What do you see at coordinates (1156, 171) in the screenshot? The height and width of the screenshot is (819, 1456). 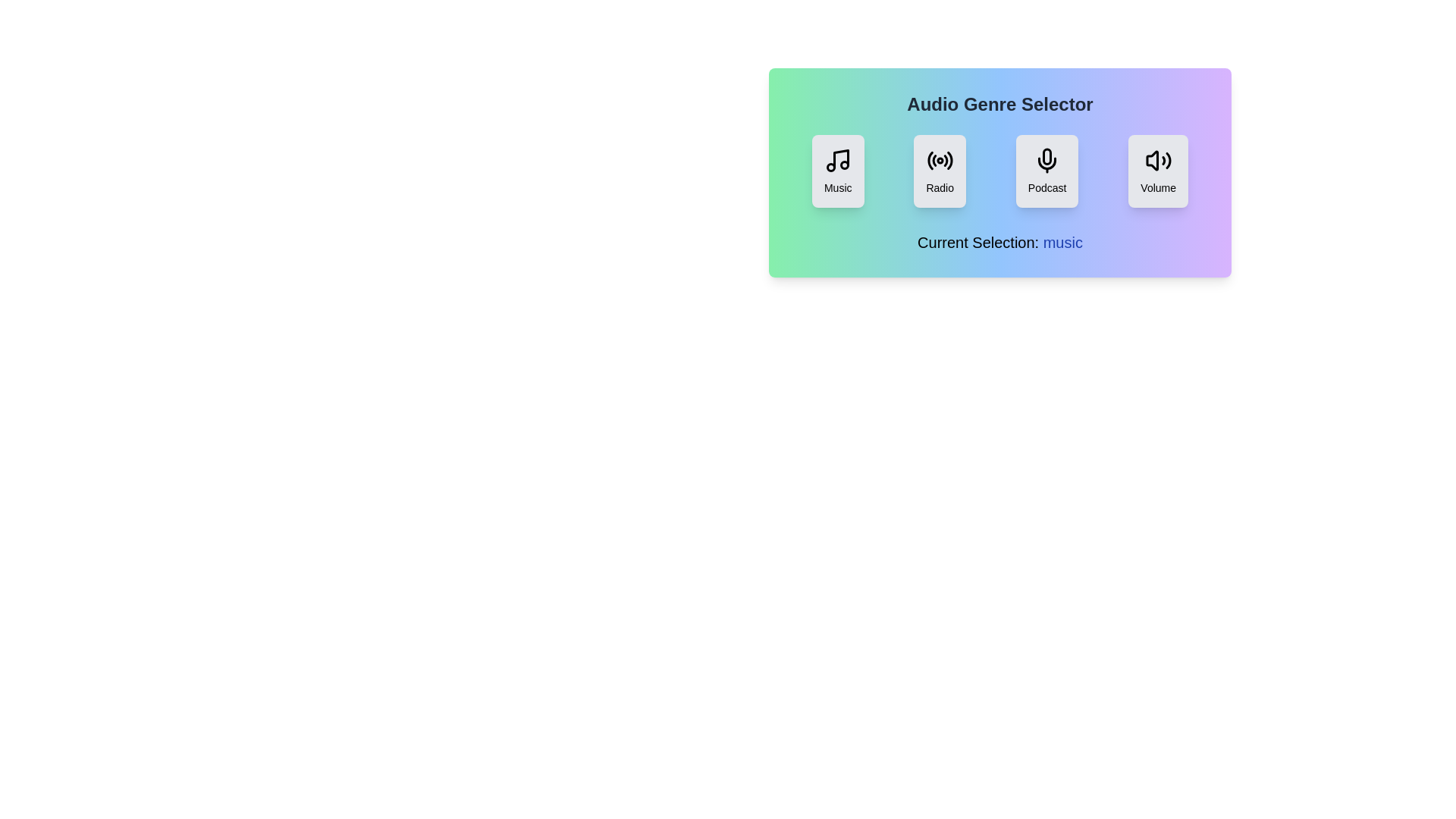 I see `the genre Volume by clicking on its button` at bounding box center [1156, 171].